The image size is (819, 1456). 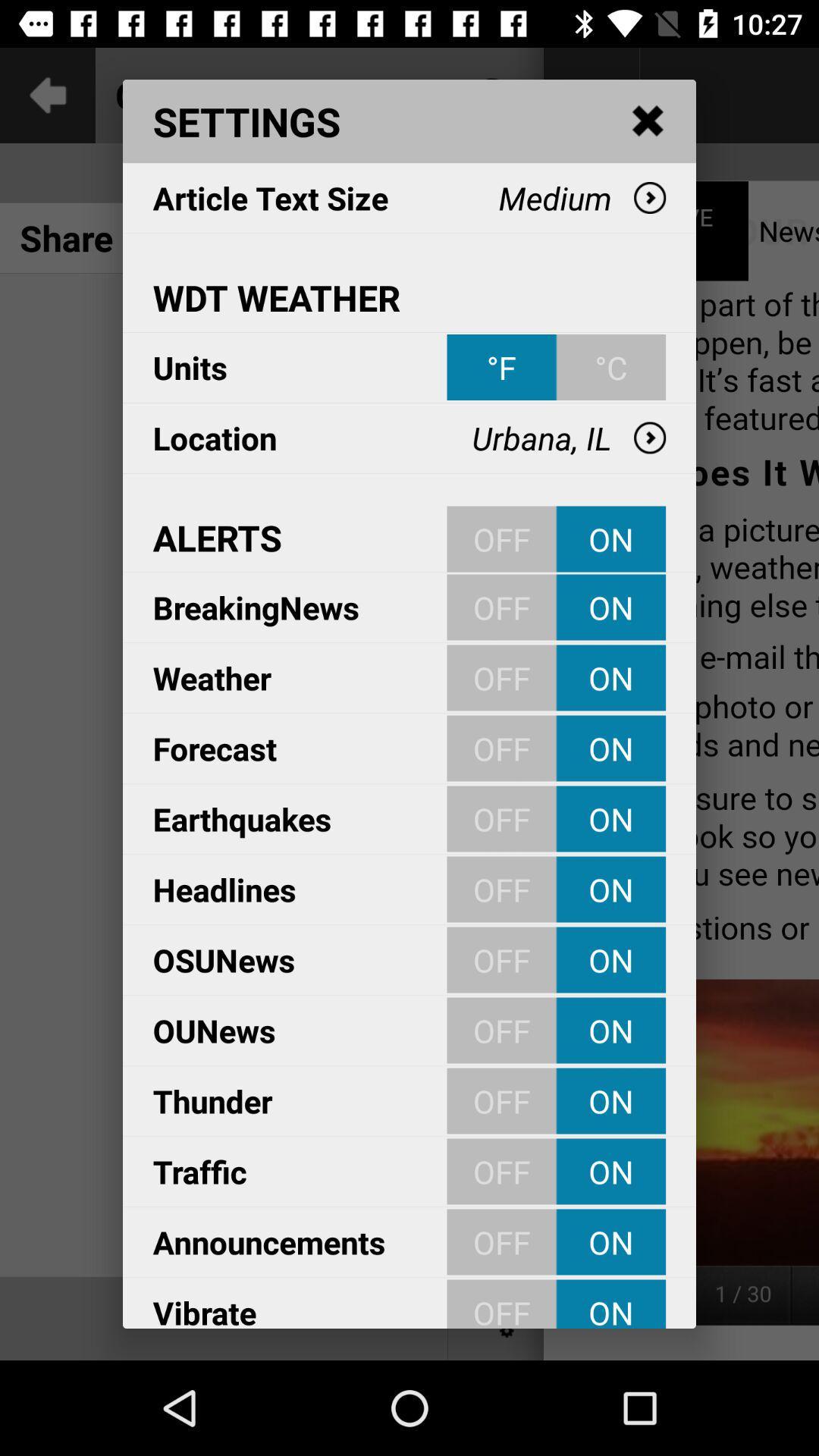 What do you see at coordinates (648, 121) in the screenshot?
I see `close button` at bounding box center [648, 121].